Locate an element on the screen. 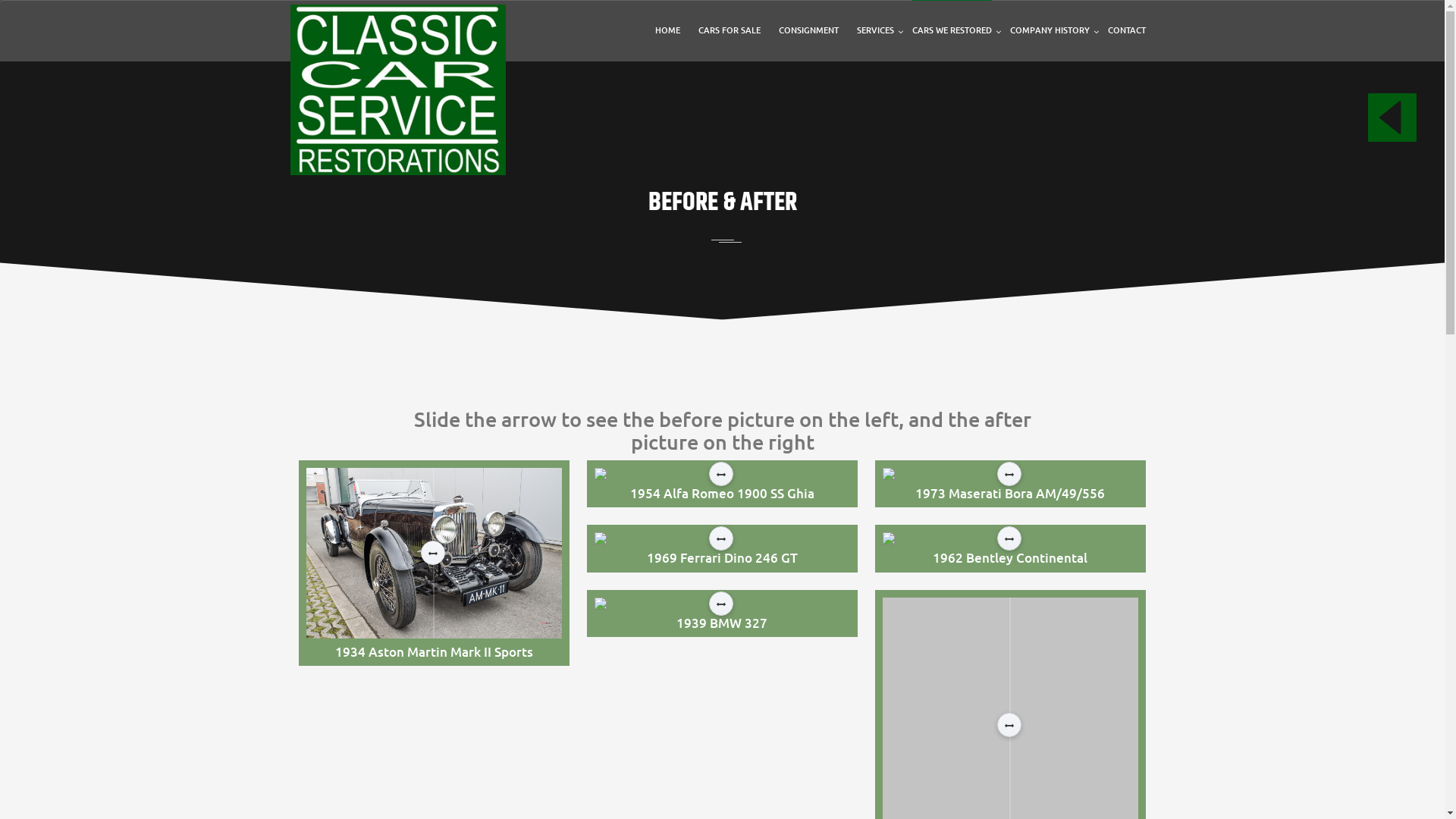 The width and height of the screenshot is (1456, 819). 'HOME' is located at coordinates (667, 30).